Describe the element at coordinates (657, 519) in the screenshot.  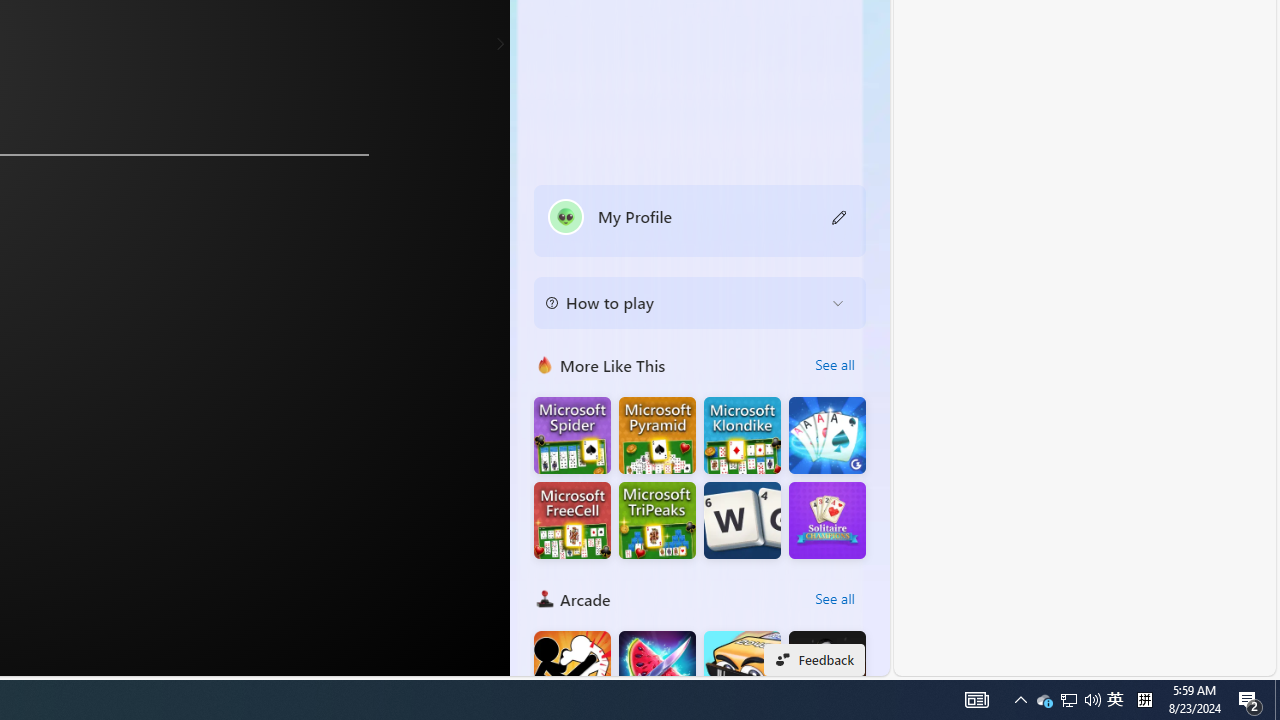
I see `'Microsoft TriPeaks Solitaire'` at that location.